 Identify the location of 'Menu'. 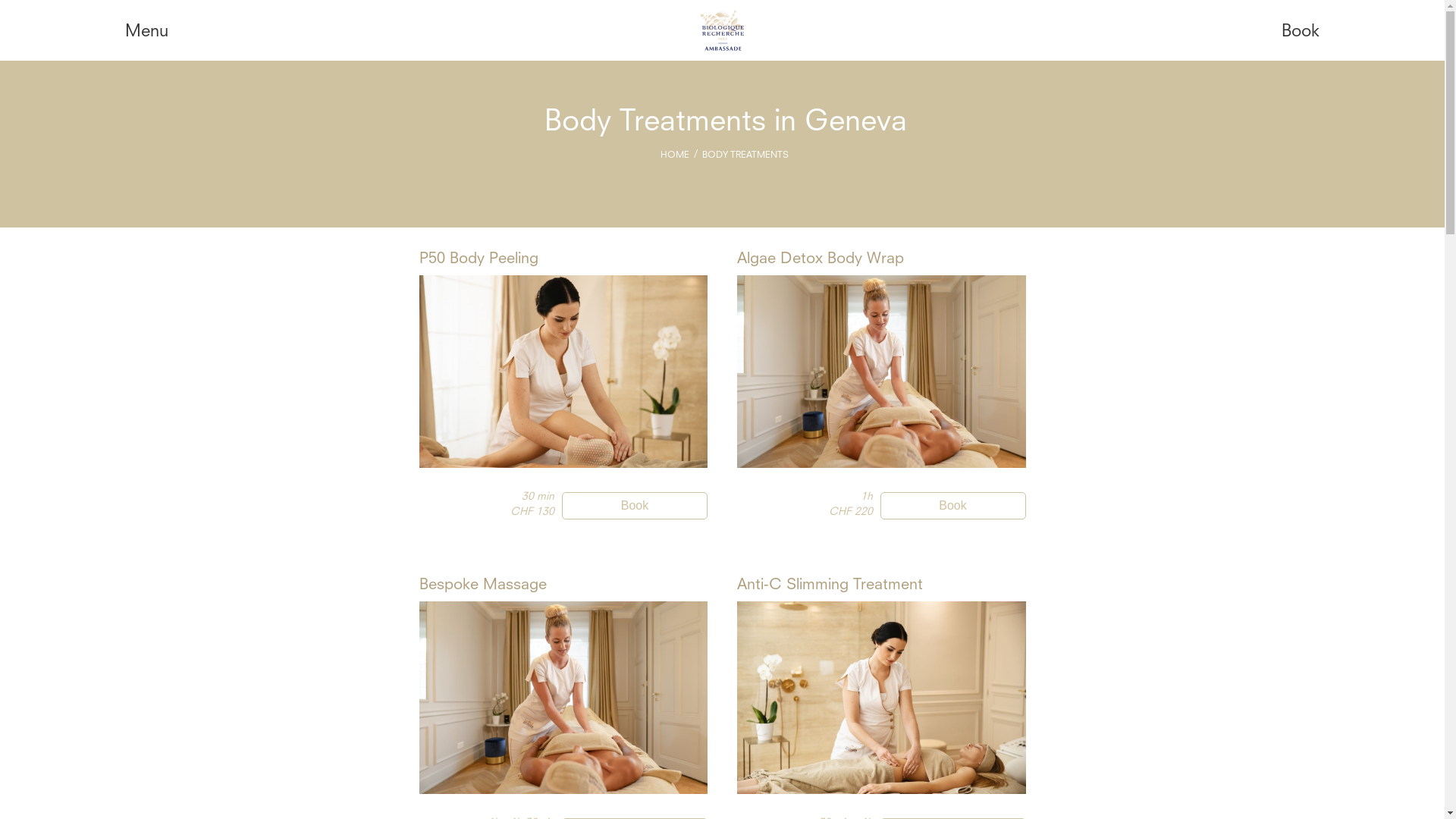
(146, 32).